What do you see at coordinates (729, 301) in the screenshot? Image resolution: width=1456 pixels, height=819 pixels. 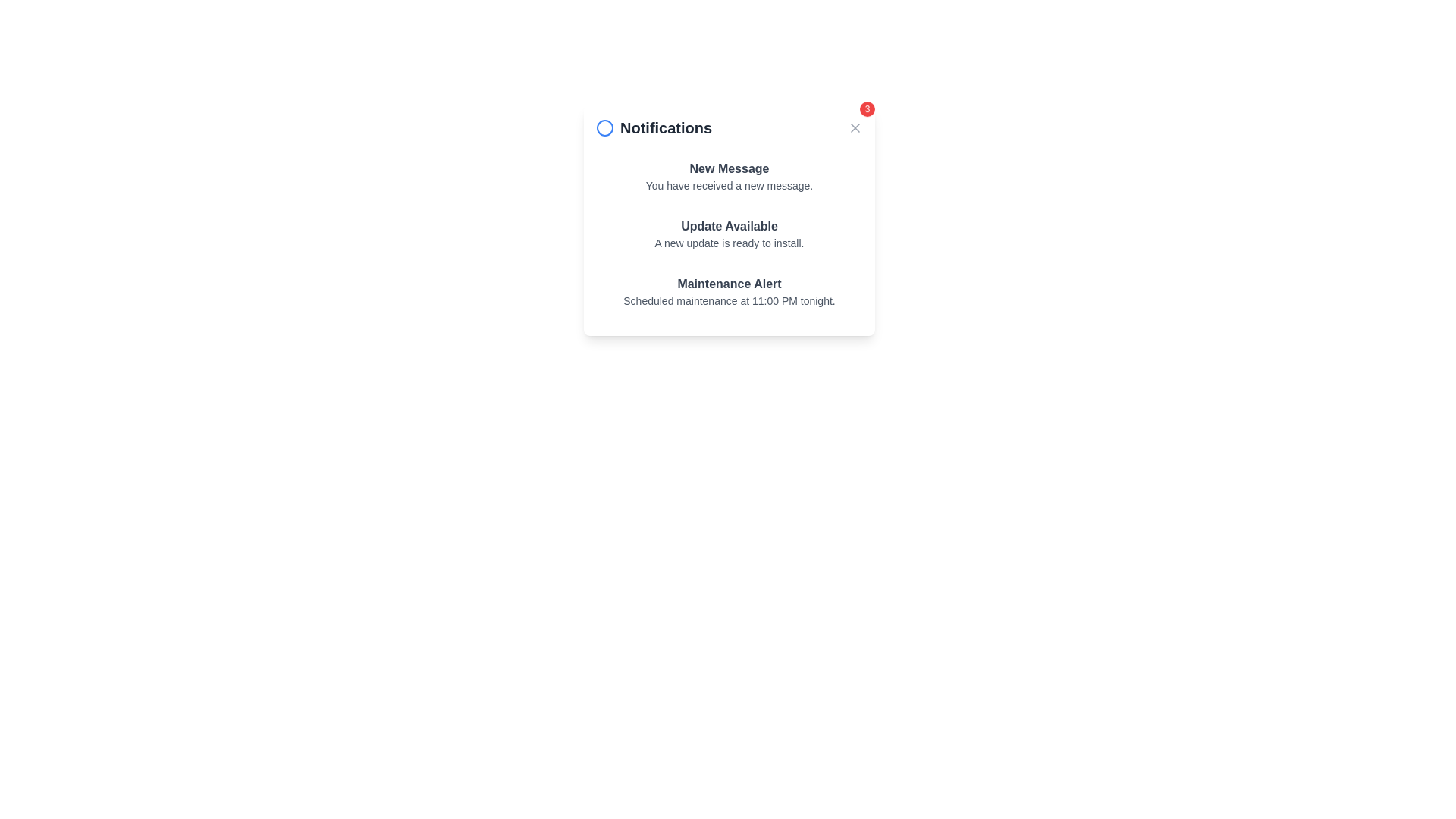 I see `information displayed in the text label that states 'Scheduled maintenance at 11:00 PM tonight.' located within the 'Maintenance Alert' notification card` at bounding box center [729, 301].